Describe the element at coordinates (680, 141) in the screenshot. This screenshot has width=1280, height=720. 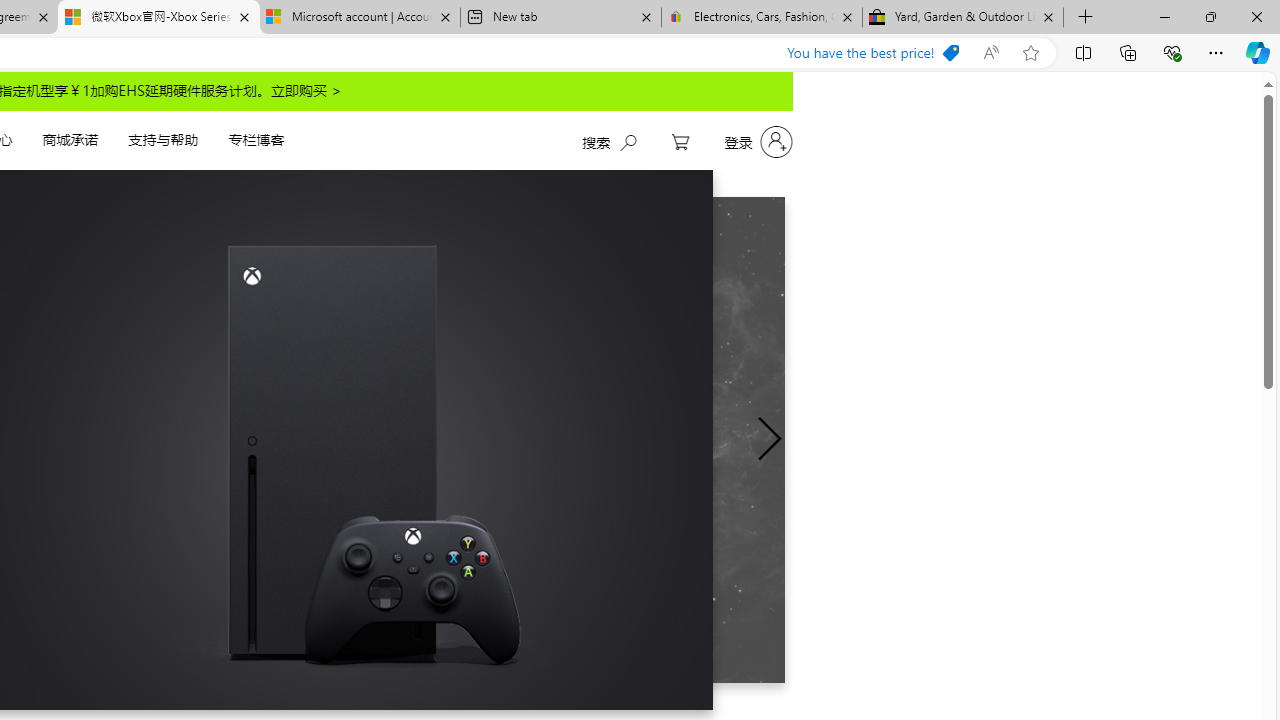
I see `'My Cart'` at that location.